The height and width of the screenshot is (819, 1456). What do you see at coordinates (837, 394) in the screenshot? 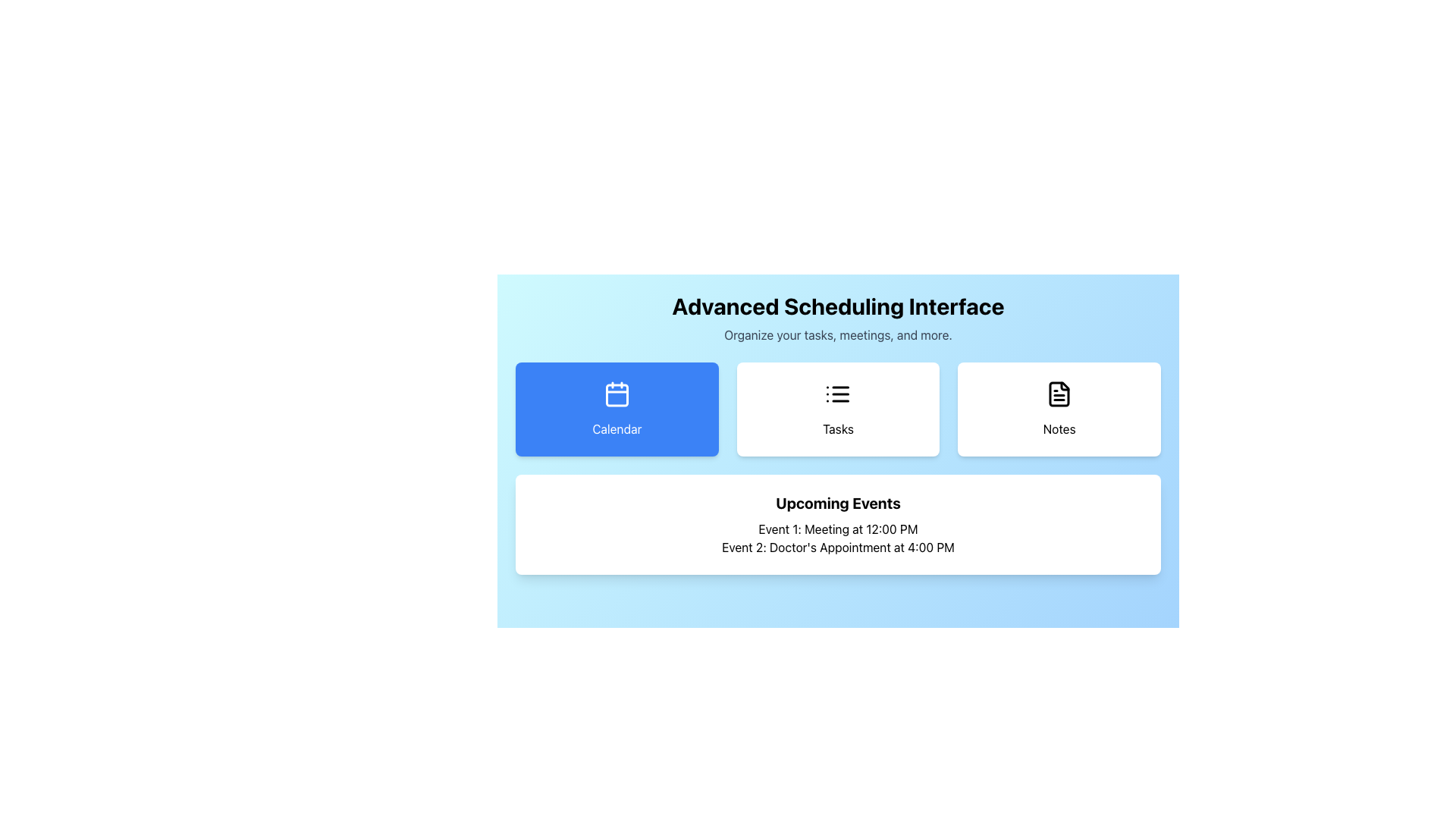
I see `the 'Tasks' icon located in the center of the card above the title 'Tasks'` at bounding box center [837, 394].